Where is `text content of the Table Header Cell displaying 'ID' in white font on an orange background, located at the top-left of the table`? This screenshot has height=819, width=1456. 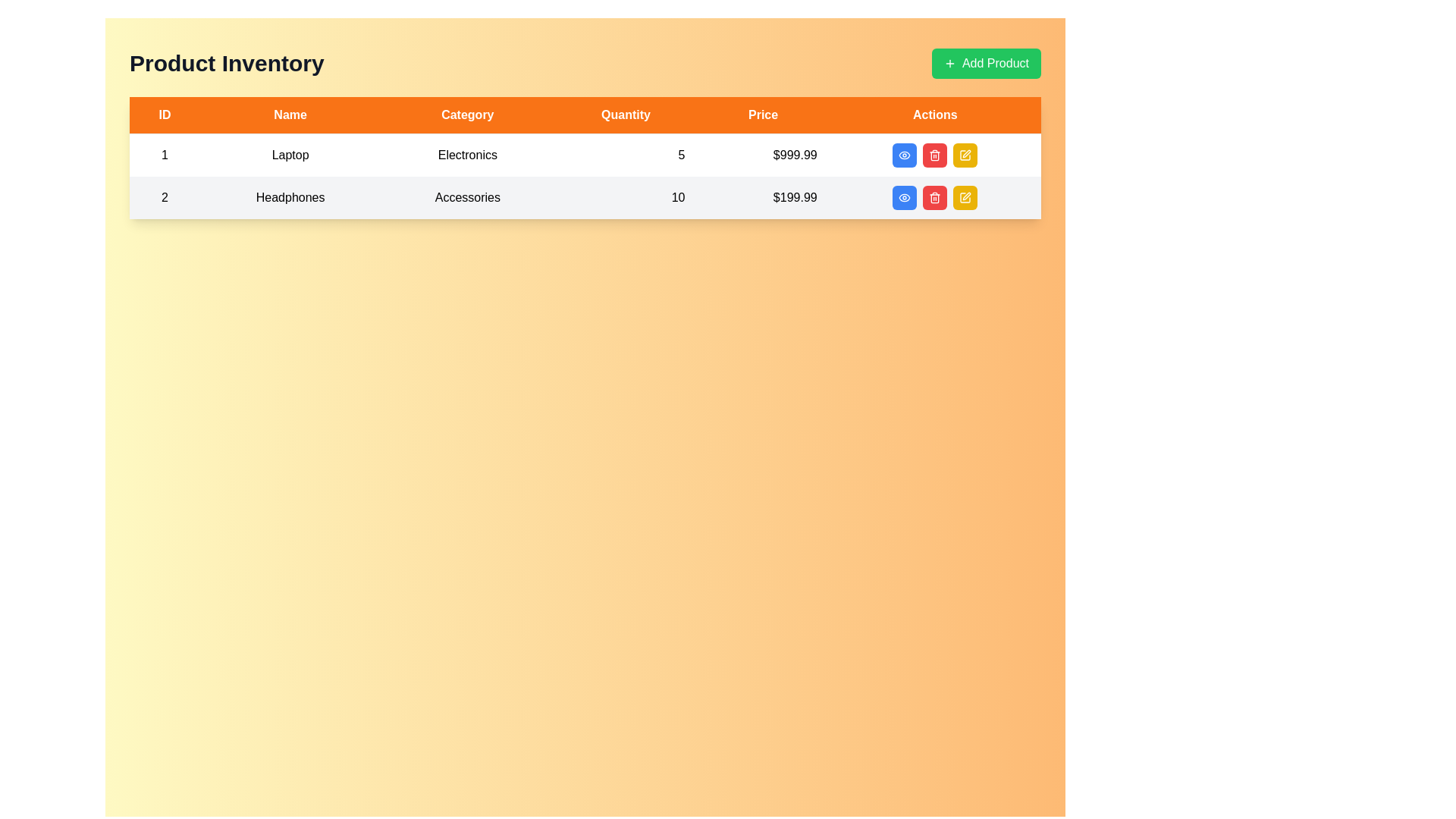
text content of the Table Header Cell displaying 'ID' in white font on an orange background, located at the top-left of the table is located at coordinates (165, 115).